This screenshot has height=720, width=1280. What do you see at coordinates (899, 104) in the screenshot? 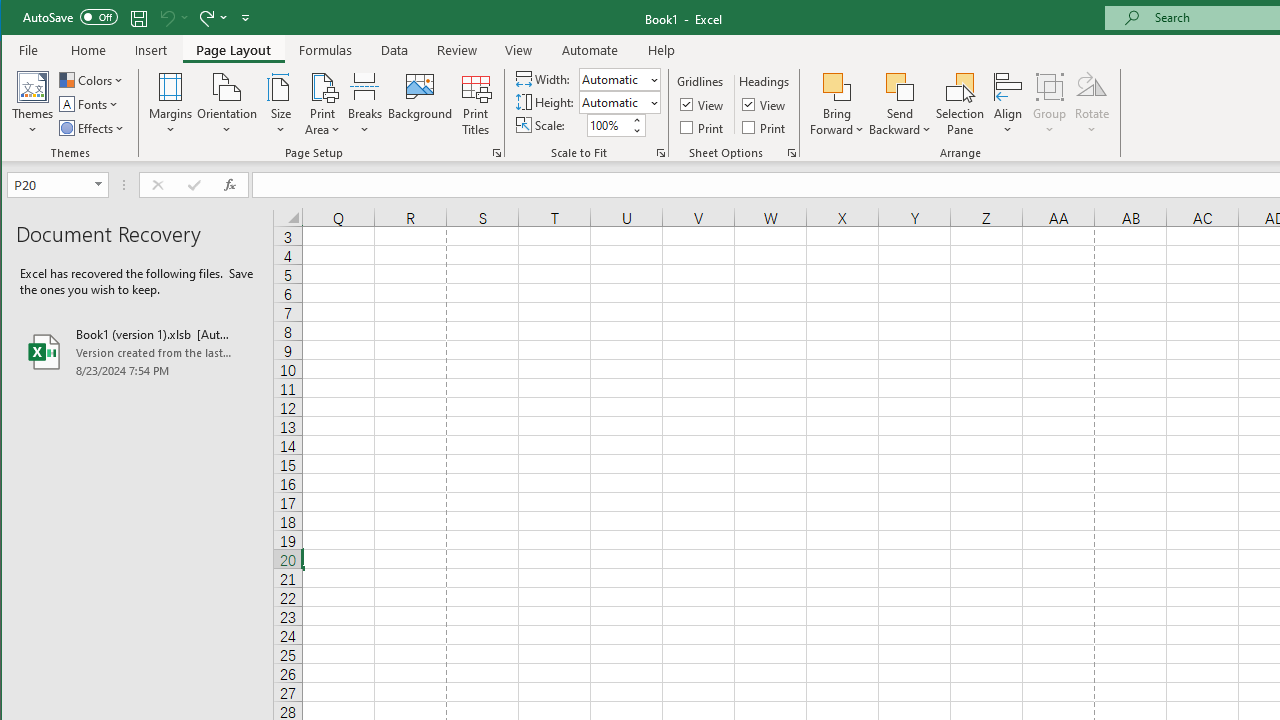
I see `'Send Backward'` at bounding box center [899, 104].